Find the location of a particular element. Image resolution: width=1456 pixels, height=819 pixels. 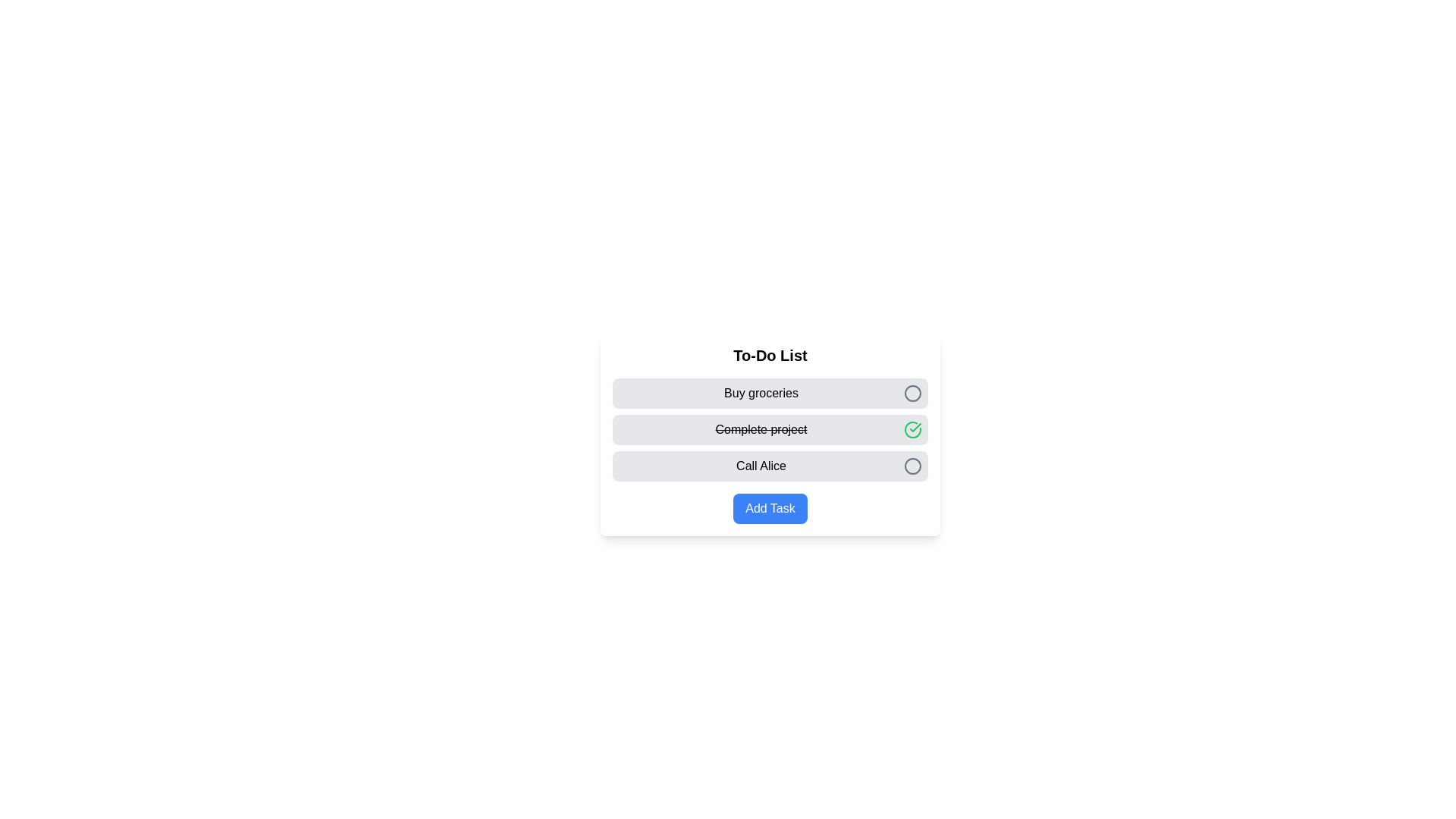

the status indicator button located to the right of 'Call Alice' is located at coordinates (912, 465).